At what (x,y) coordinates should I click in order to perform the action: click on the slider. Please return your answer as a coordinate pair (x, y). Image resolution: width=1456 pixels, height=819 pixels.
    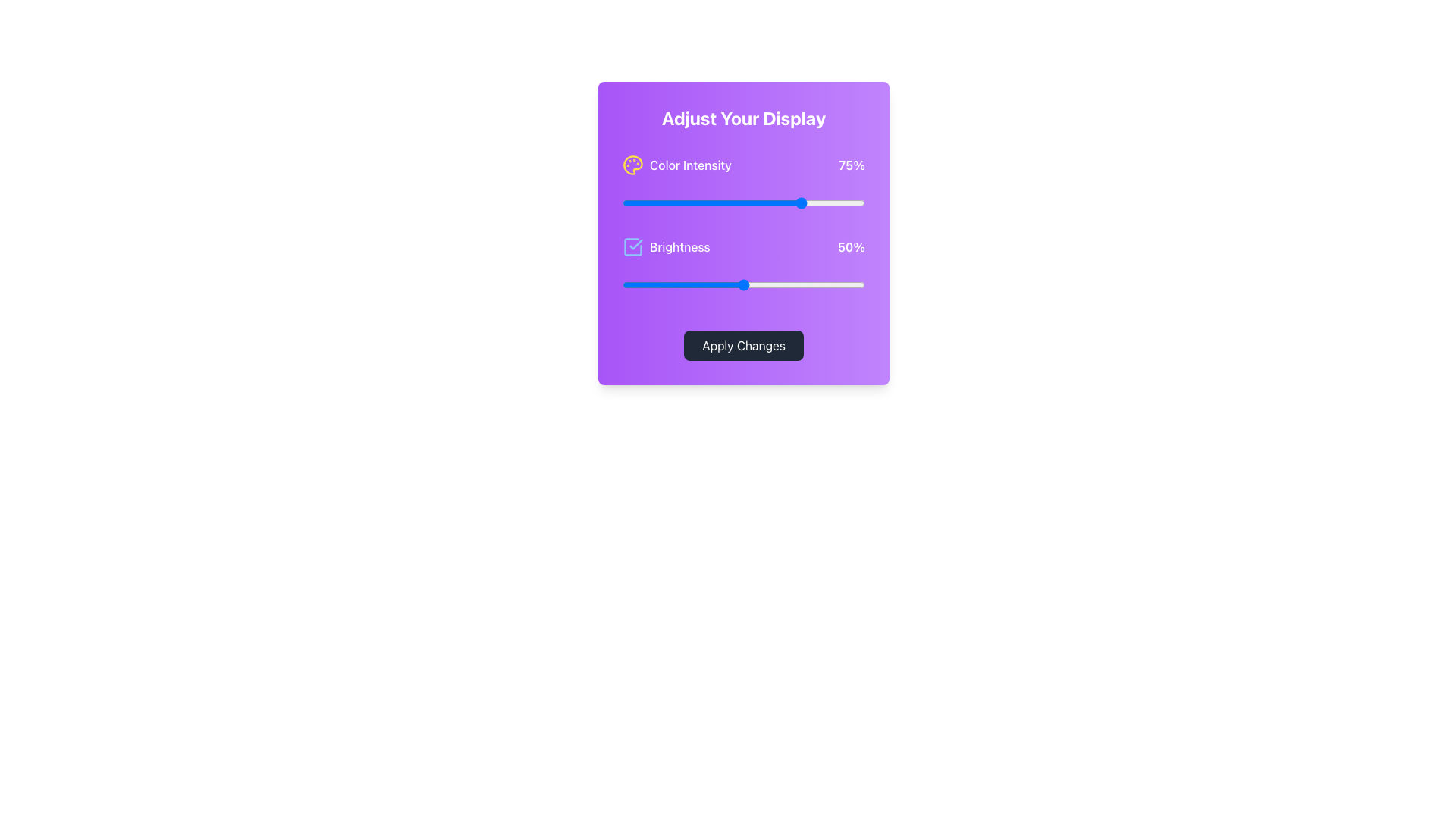
    Looking at the image, I should click on (858, 202).